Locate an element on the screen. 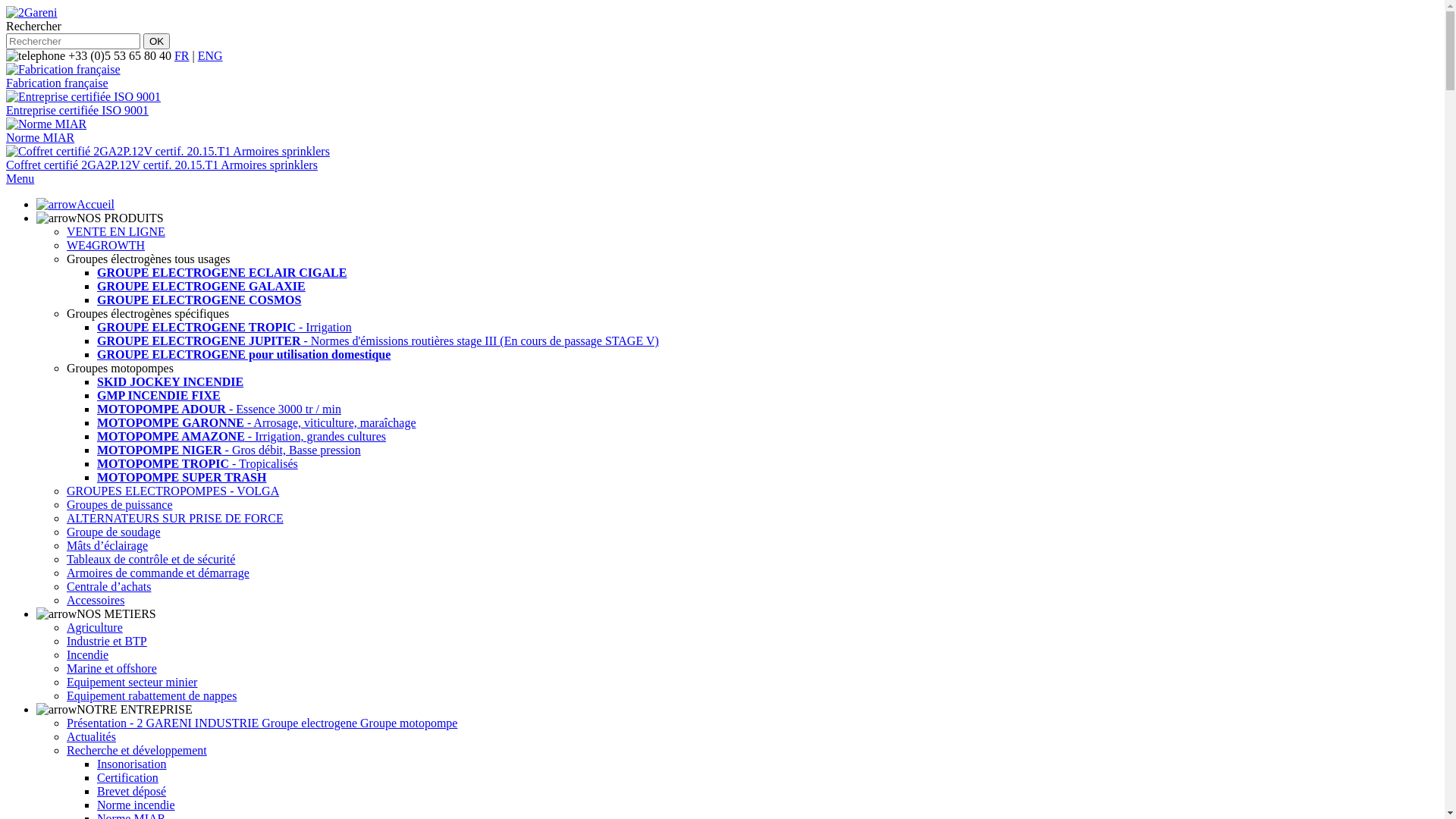 The height and width of the screenshot is (819, 1456). 'Agriculture' is located at coordinates (93, 627).